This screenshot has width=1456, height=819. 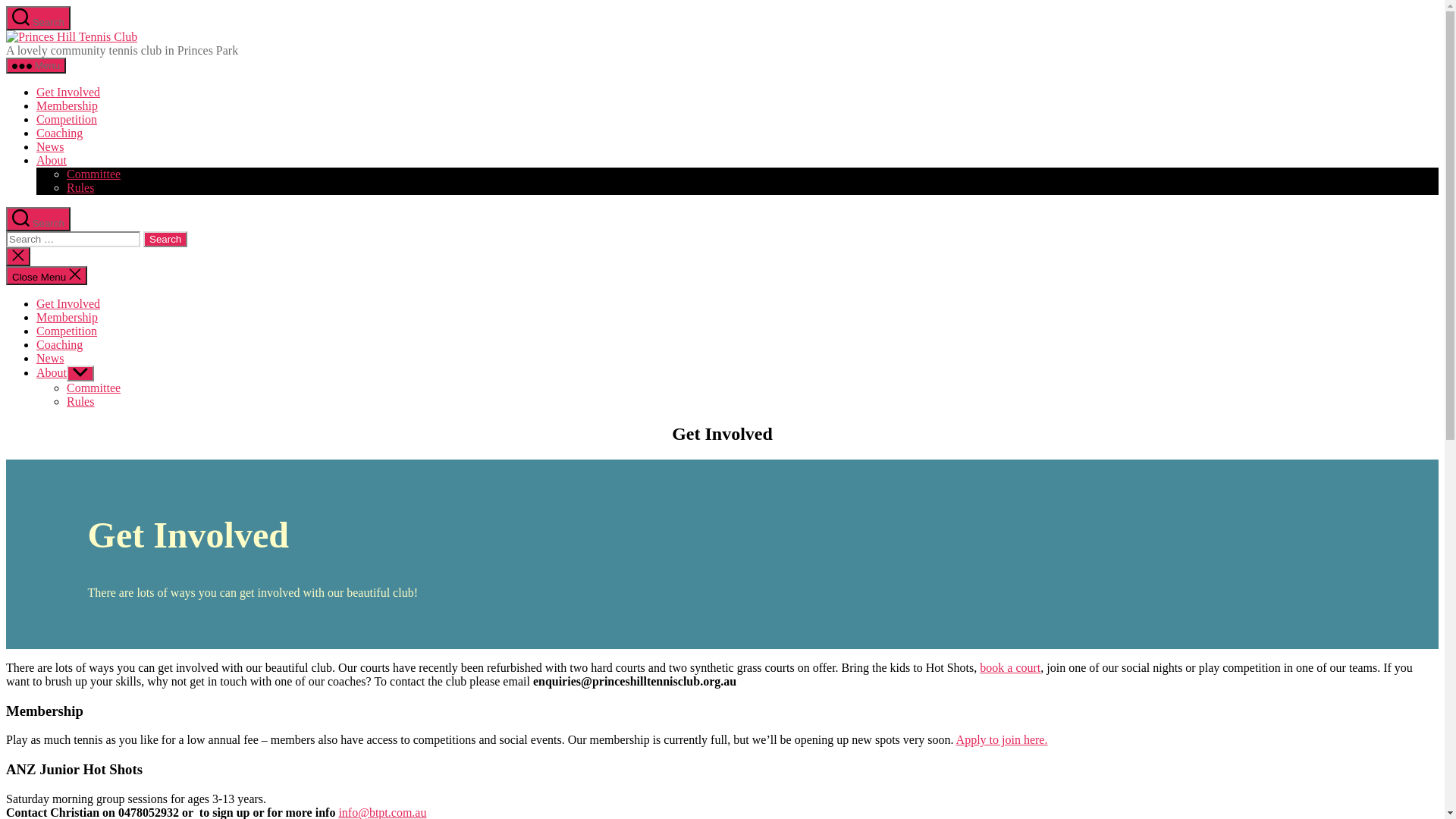 What do you see at coordinates (6, 219) in the screenshot?
I see `'Search'` at bounding box center [6, 219].